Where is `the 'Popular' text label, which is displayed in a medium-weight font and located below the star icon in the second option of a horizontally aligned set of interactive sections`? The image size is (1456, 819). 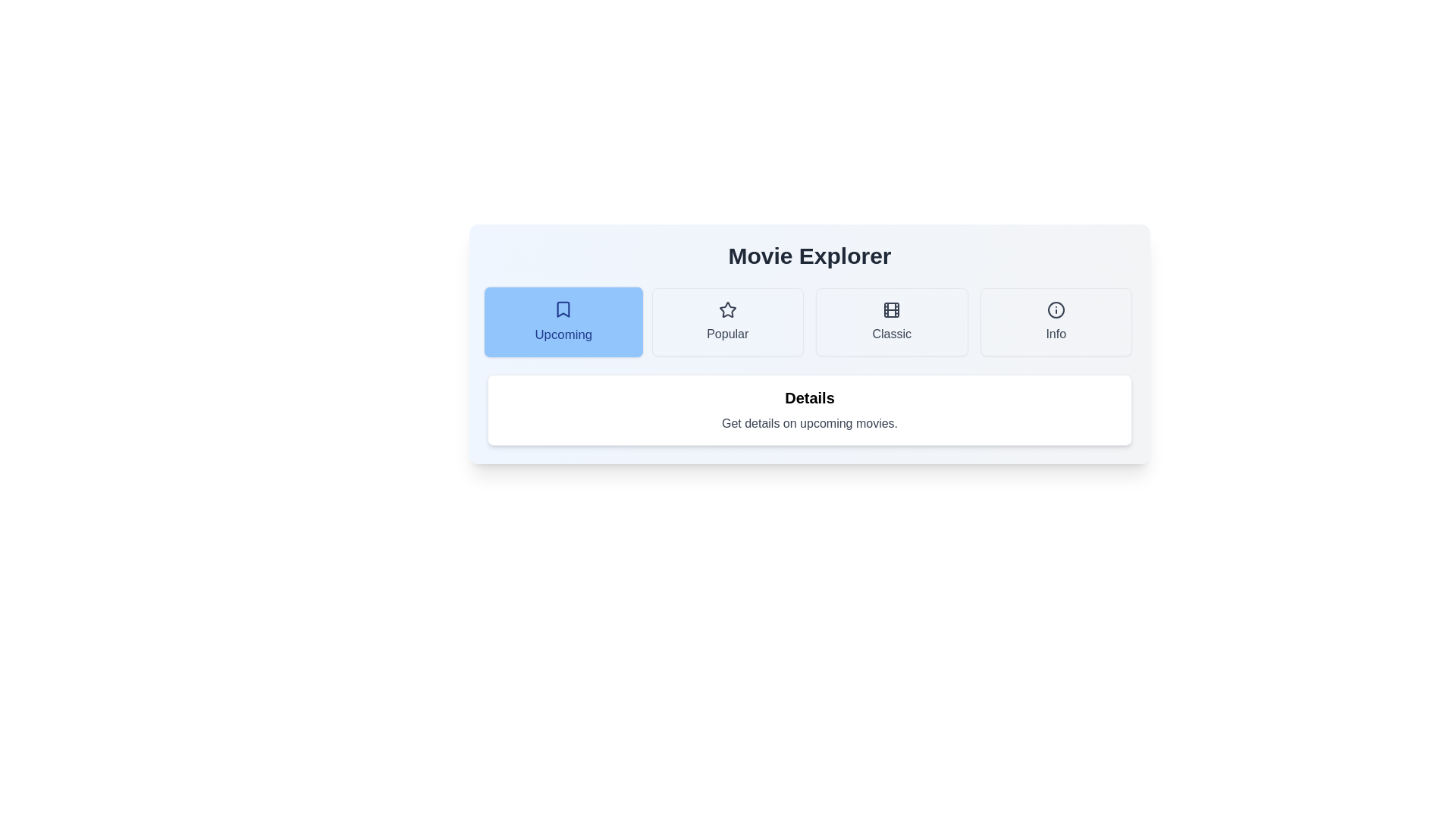
the 'Popular' text label, which is displayed in a medium-weight font and located below the star icon in the second option of a horizontally aligned set of interactive sections is located at coordinates (726, 333).